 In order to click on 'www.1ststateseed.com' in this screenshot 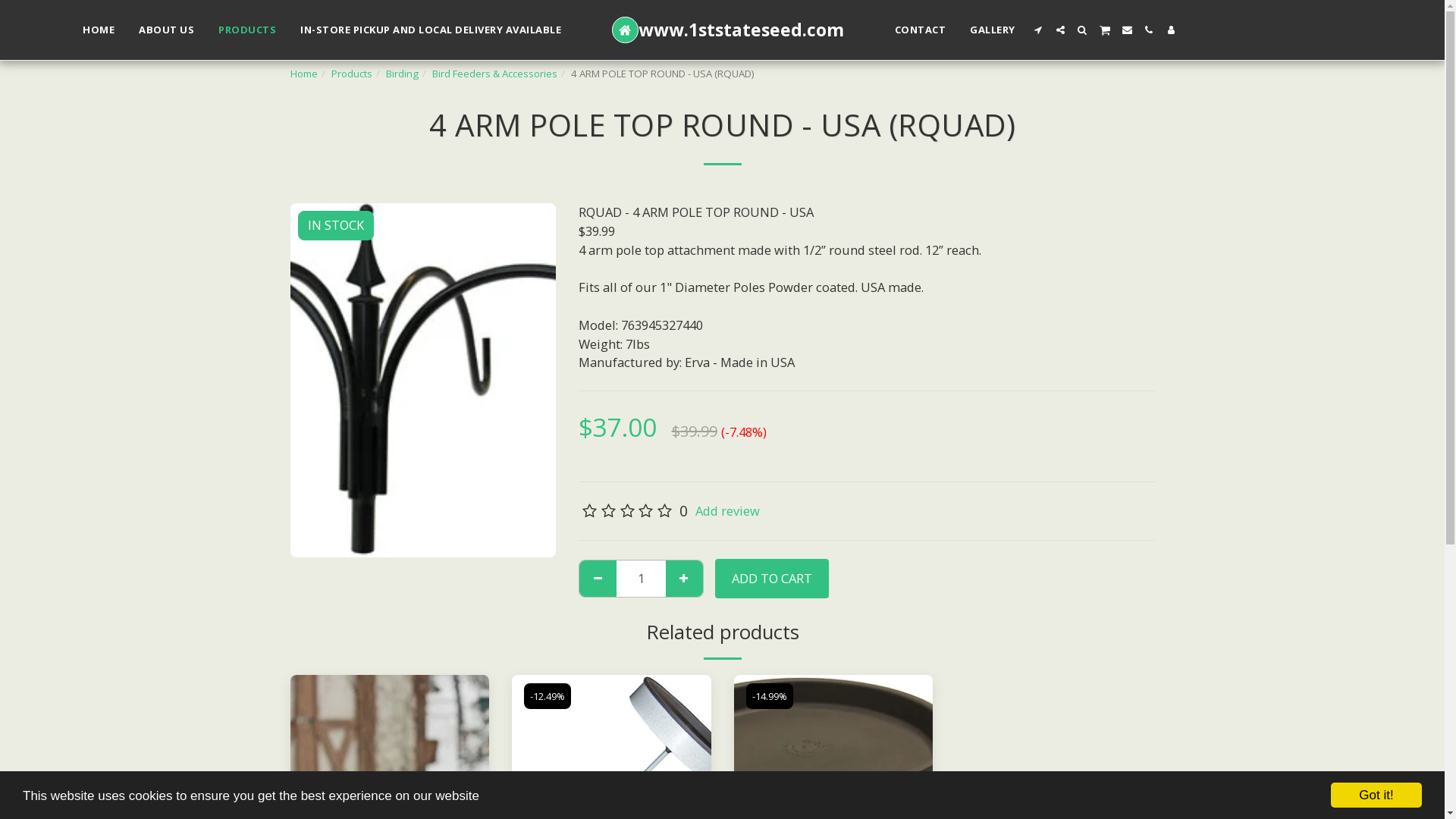, I will do `click(728, 30)`.